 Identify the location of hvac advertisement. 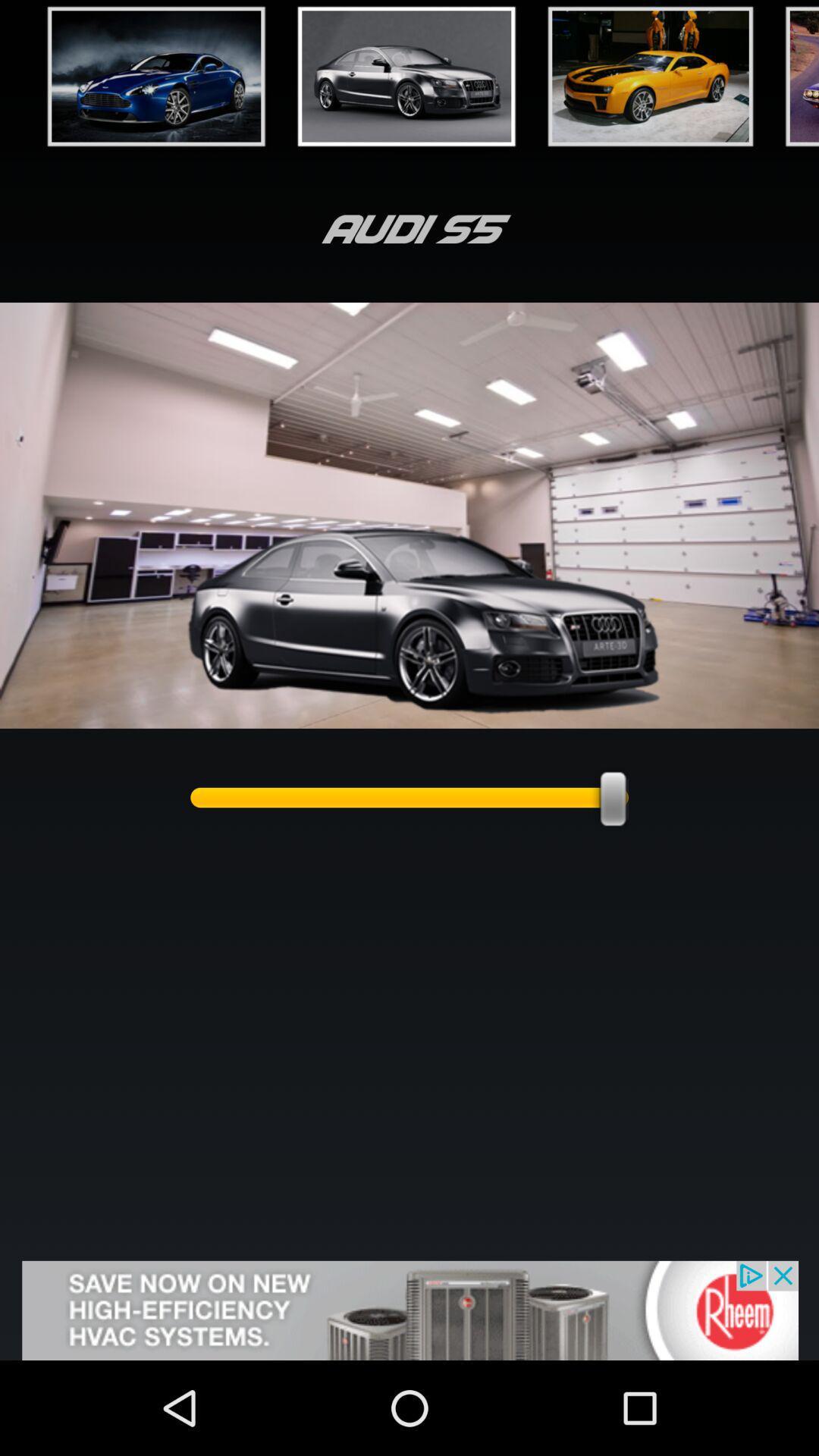
(409, 1310).